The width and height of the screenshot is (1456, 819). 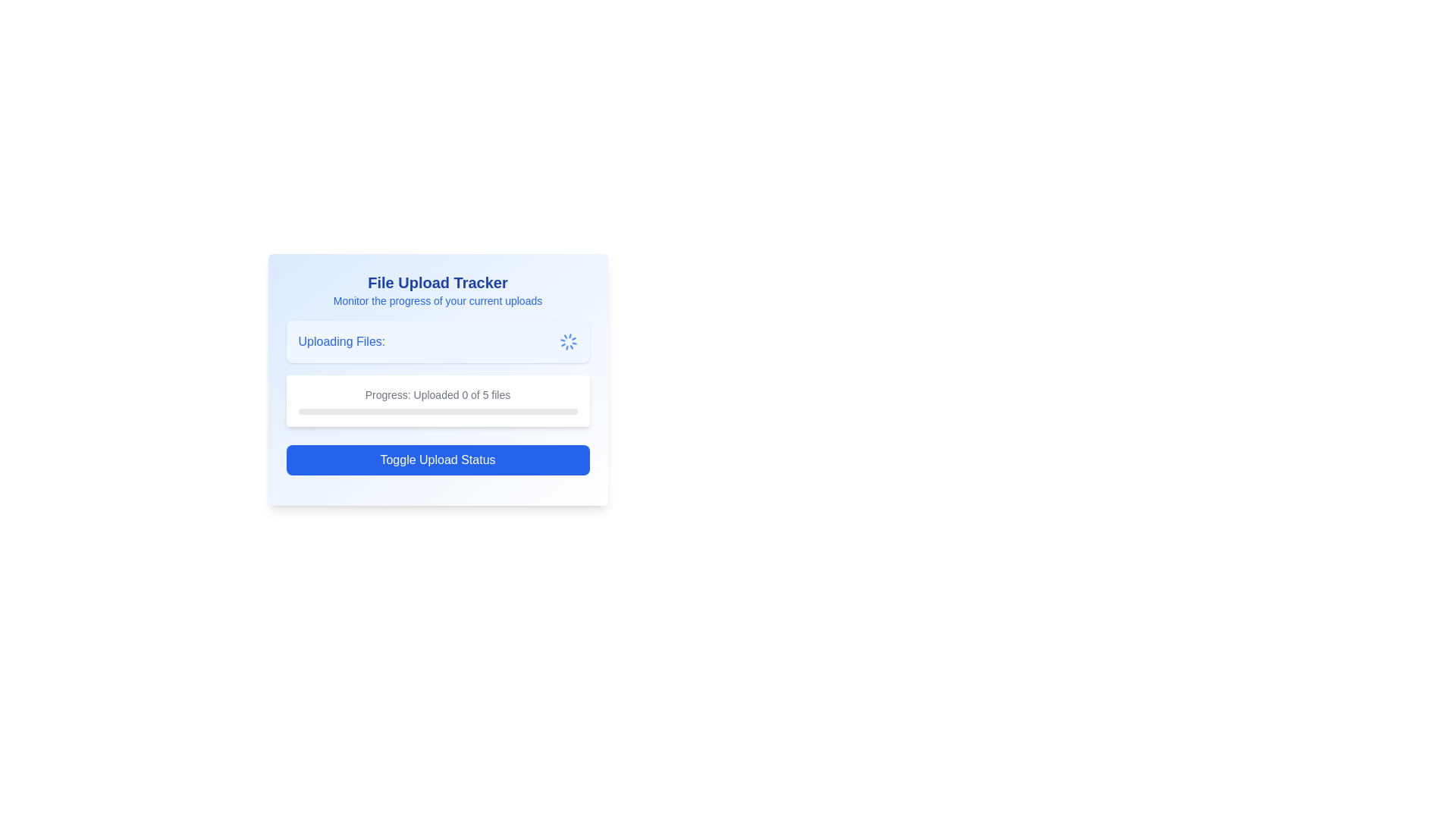 I want to click on the title and subtitle informational component at the top of the card-like structure that indicates the purpose of the file upload tracker, so click(x=437, y=290).